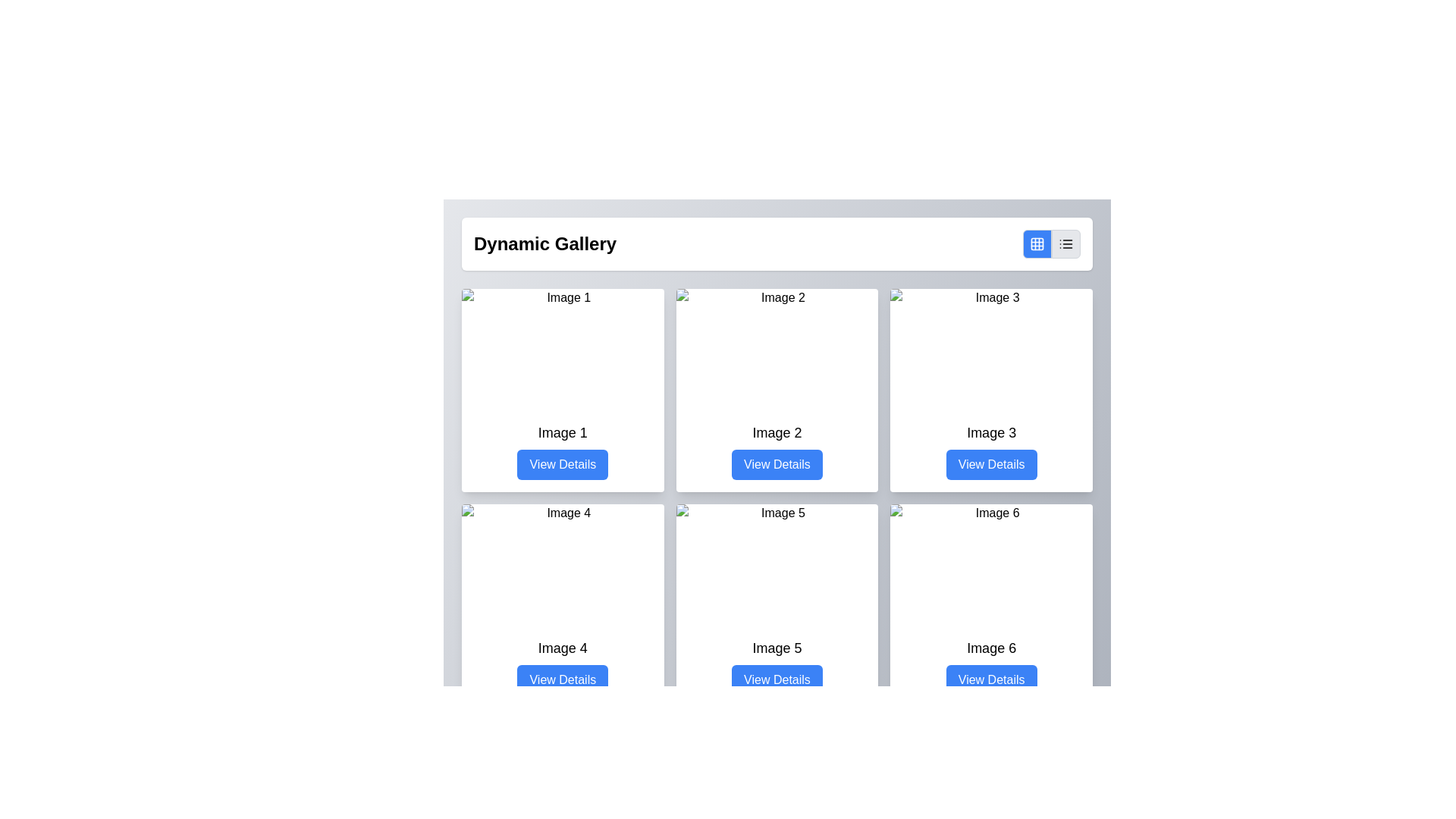 The image size is (1456, 819). Describe the element at coordinates (1037, 243) in the screenshot. I see `the square button with a blue background and a white grid layout icon located in the top-right corner` at that location.